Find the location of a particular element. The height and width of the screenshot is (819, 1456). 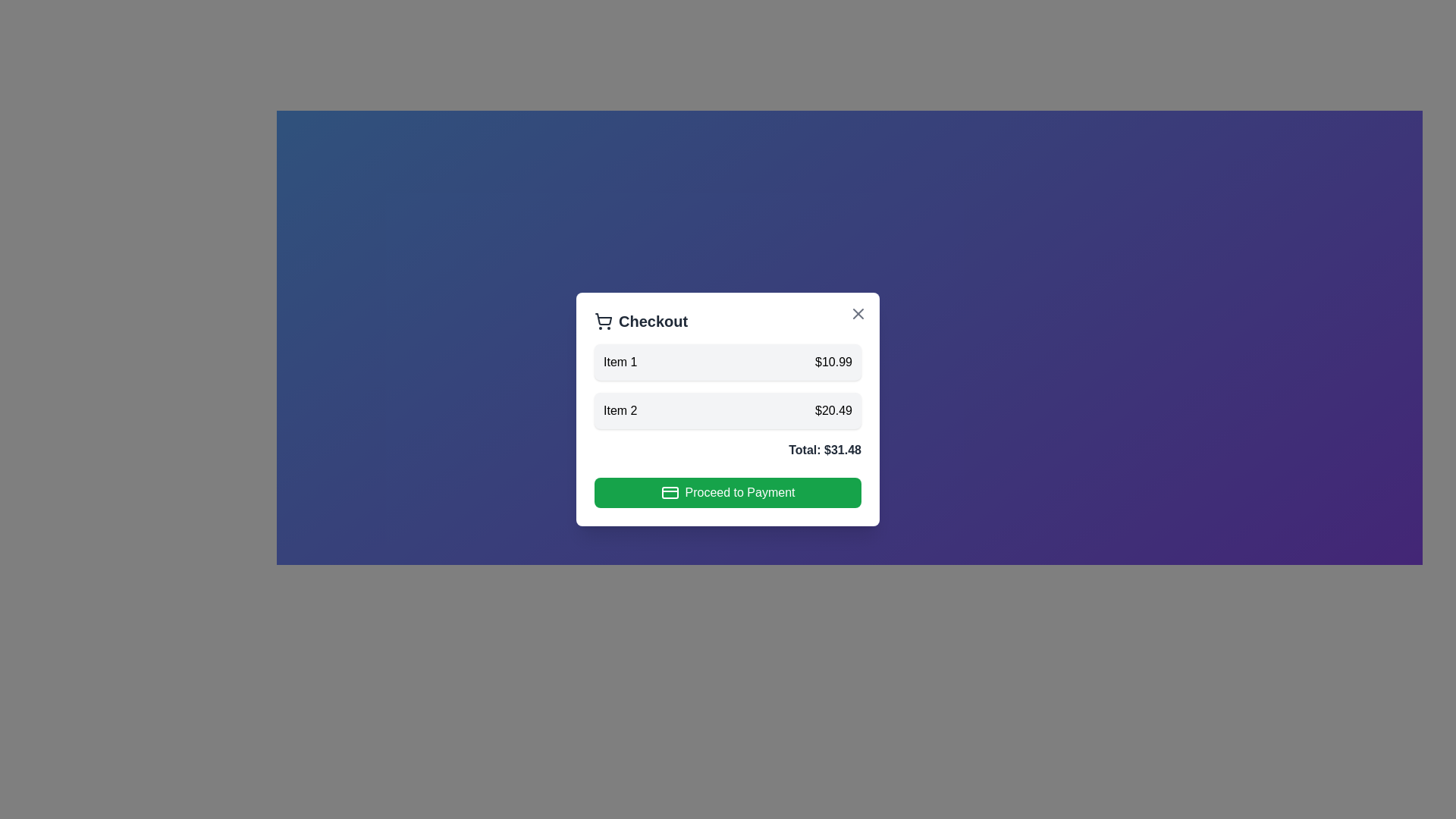

the Text label that identifies the product in the cart, located in the top row of the checkout modal, left-aligned with 'Item 1' is located at coordinates (620, 362).